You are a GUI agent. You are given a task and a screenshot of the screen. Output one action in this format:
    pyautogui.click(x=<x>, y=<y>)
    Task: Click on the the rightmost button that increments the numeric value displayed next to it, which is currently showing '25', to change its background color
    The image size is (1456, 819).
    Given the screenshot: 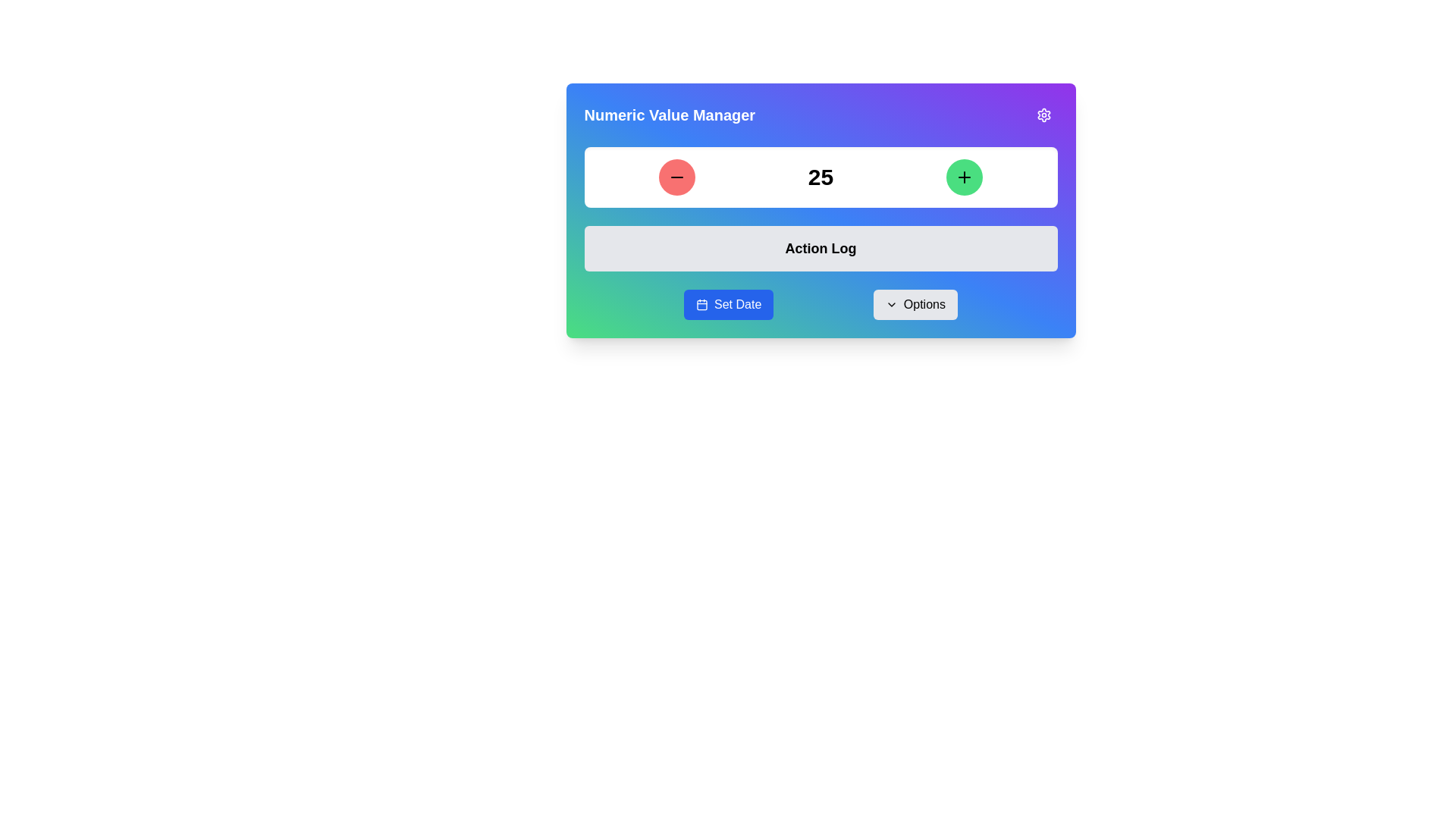 What is the action you would take?
    pyautogui.click(x=964, y=177)
    